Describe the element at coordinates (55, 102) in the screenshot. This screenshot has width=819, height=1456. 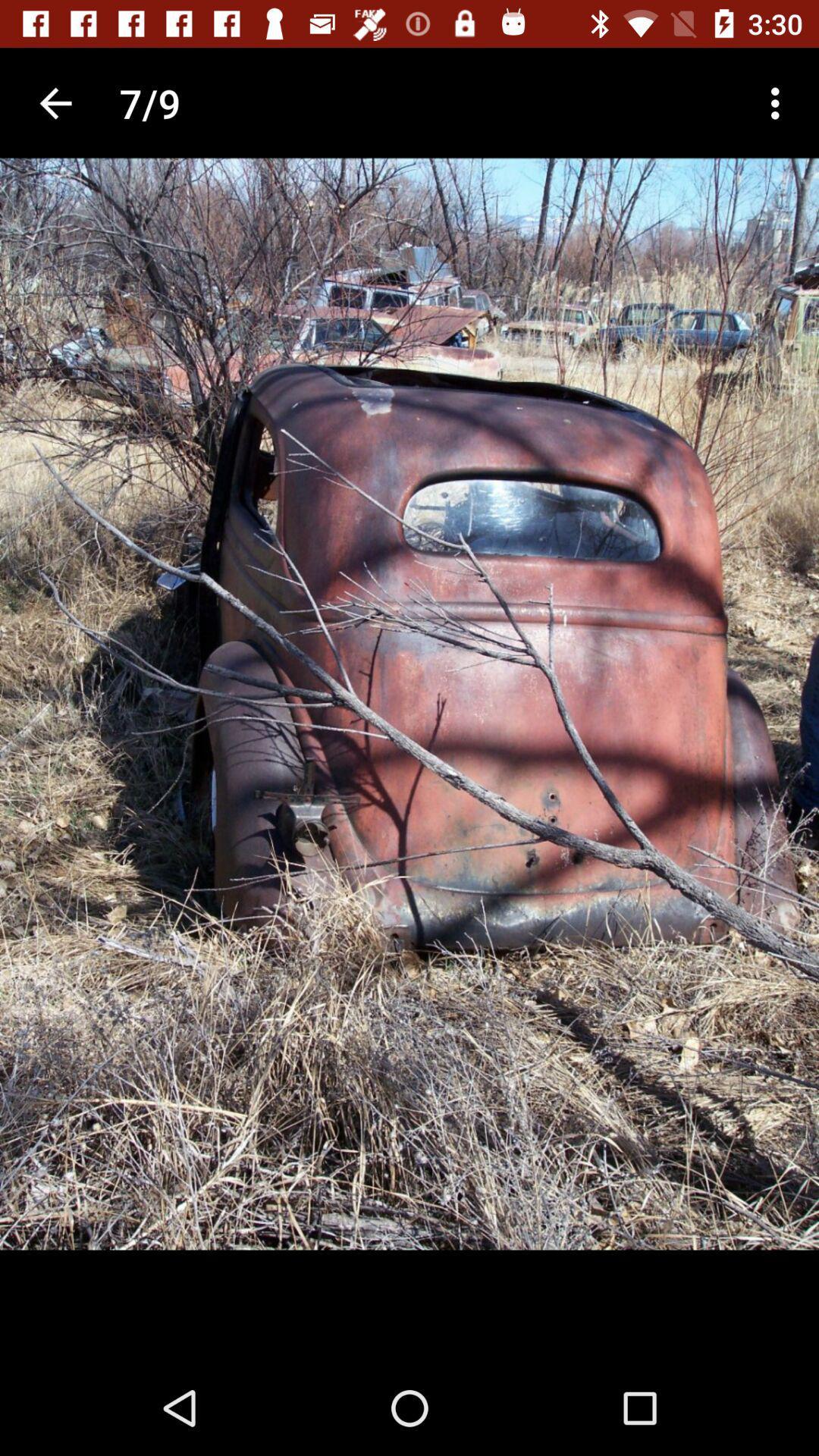
I see `the app to the left of 7/9` at that location.